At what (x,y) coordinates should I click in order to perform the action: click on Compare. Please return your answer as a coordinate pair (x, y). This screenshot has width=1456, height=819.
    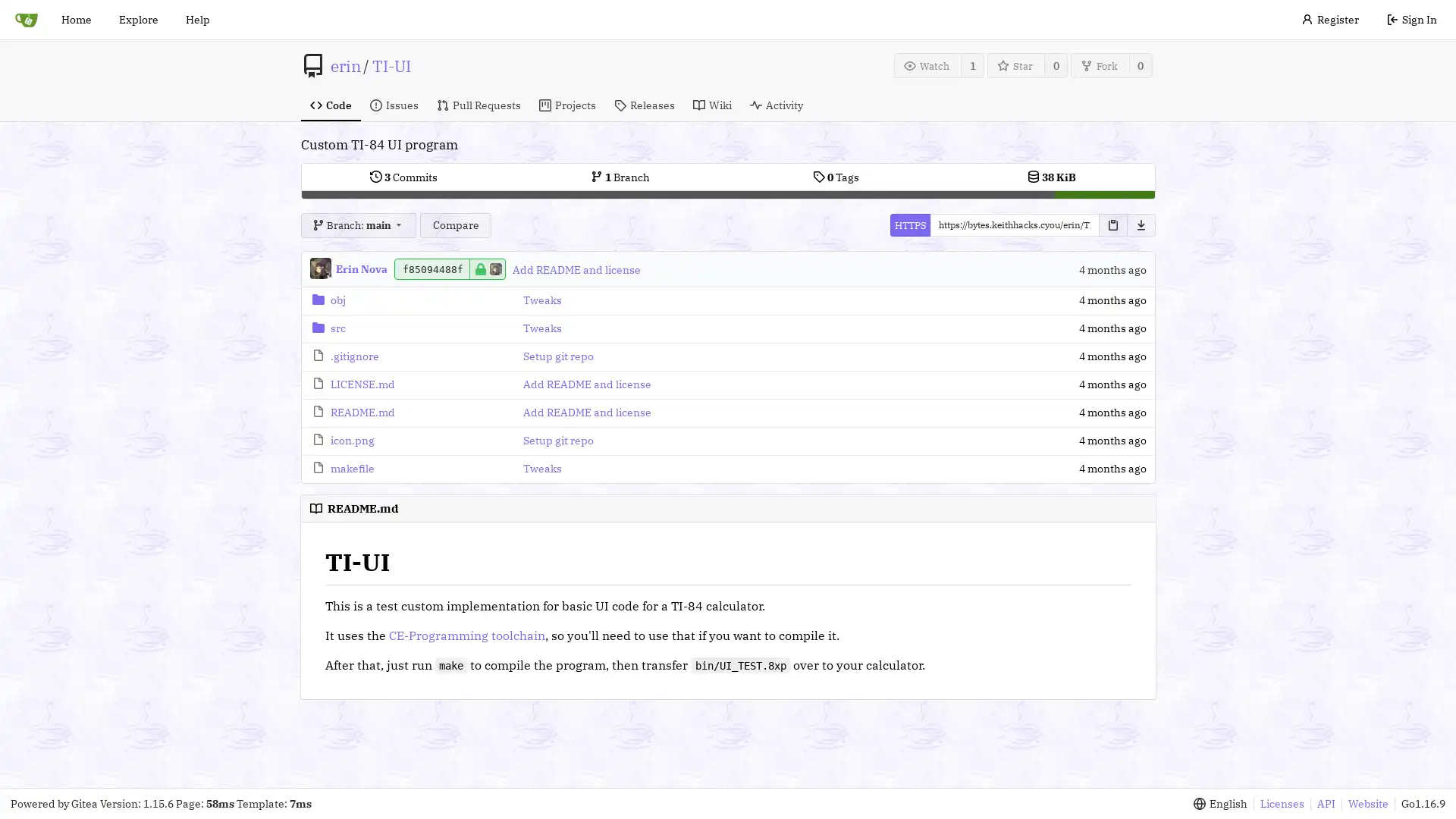
    Looking at the image, I should click on (454, 225).